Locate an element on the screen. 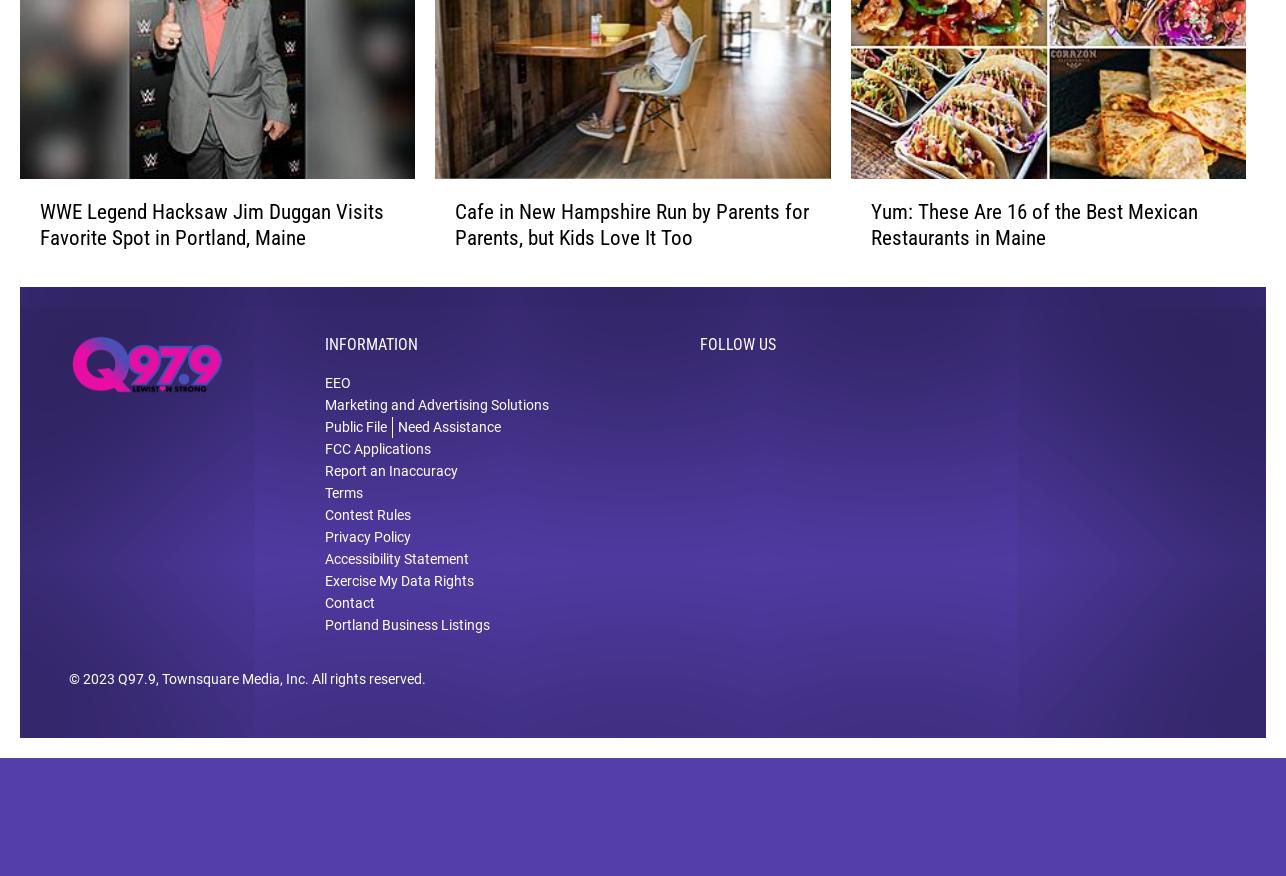 Image resolution: width=1286 pixels, height=876 pixels. ', Townsquare Media, Inc' is located at coordinates (230, 708).